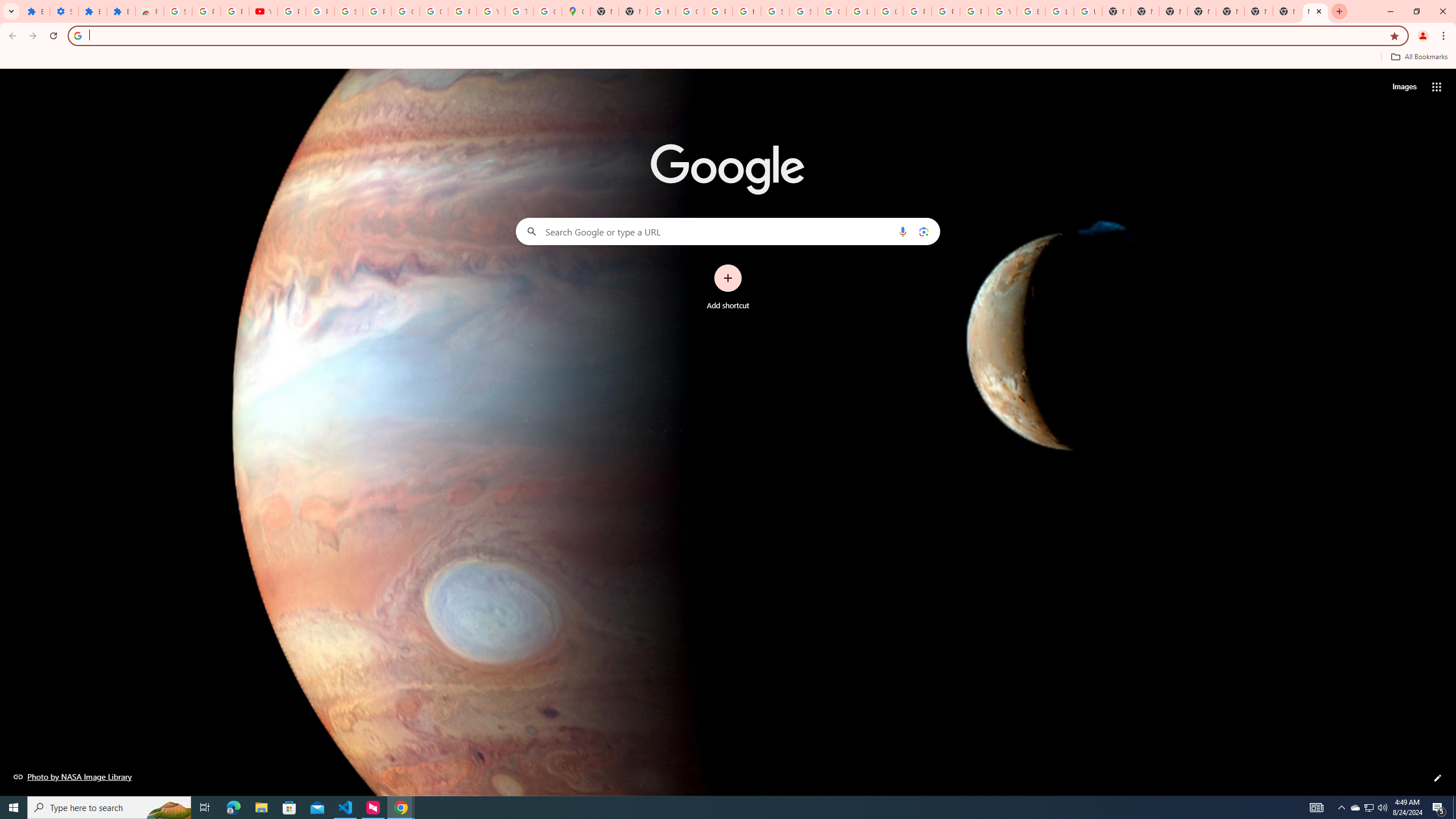 Image resolution: width=1456 pixels, height=819 pixels. I want to click on 'https://scholar.google.com/', so click(746, 11).